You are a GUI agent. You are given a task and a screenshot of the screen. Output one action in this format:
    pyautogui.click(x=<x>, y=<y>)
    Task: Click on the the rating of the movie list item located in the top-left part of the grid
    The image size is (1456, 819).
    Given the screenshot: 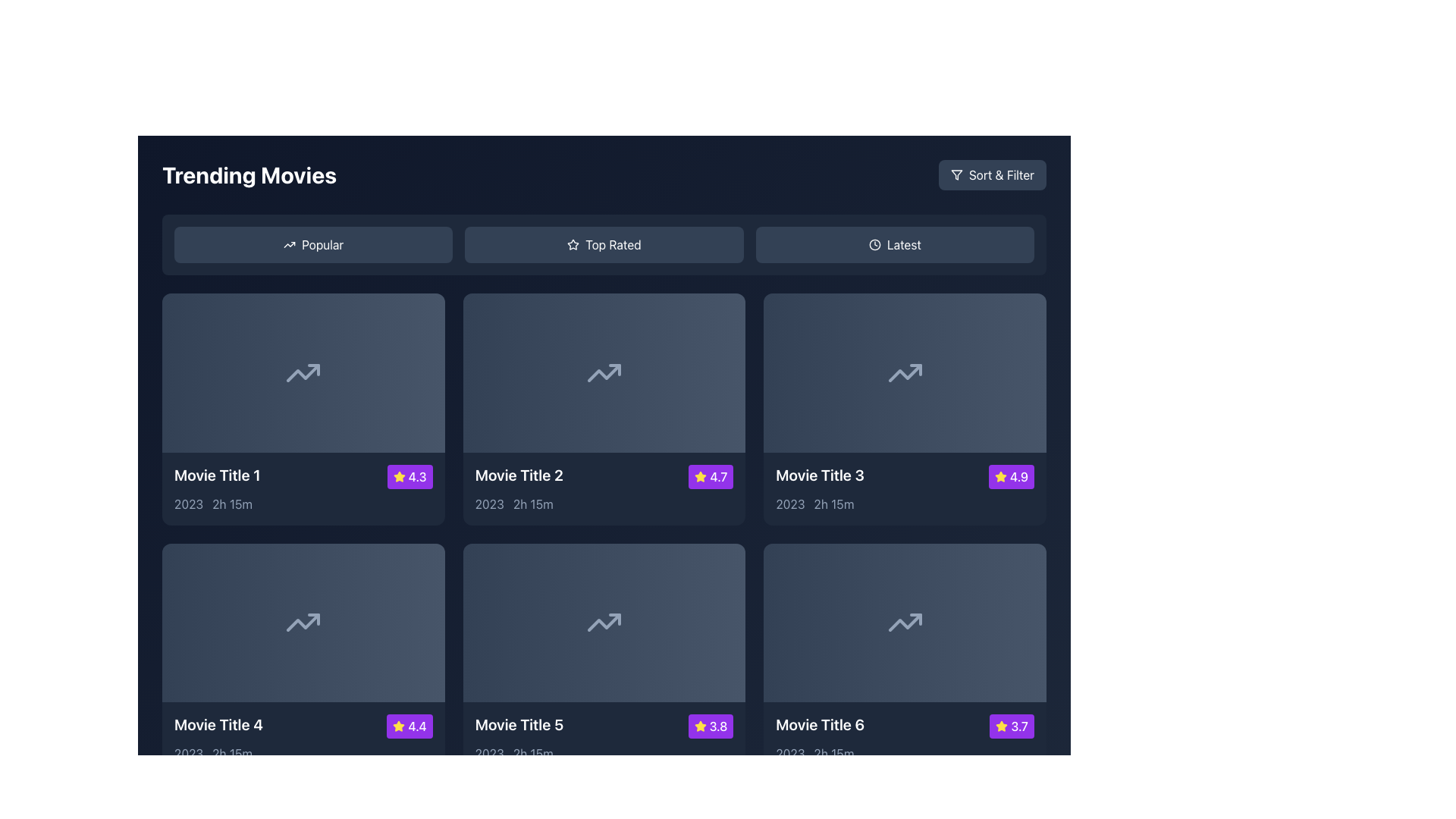 What is the action you would take?
    pyautogui.click(x=303, y=475)
    